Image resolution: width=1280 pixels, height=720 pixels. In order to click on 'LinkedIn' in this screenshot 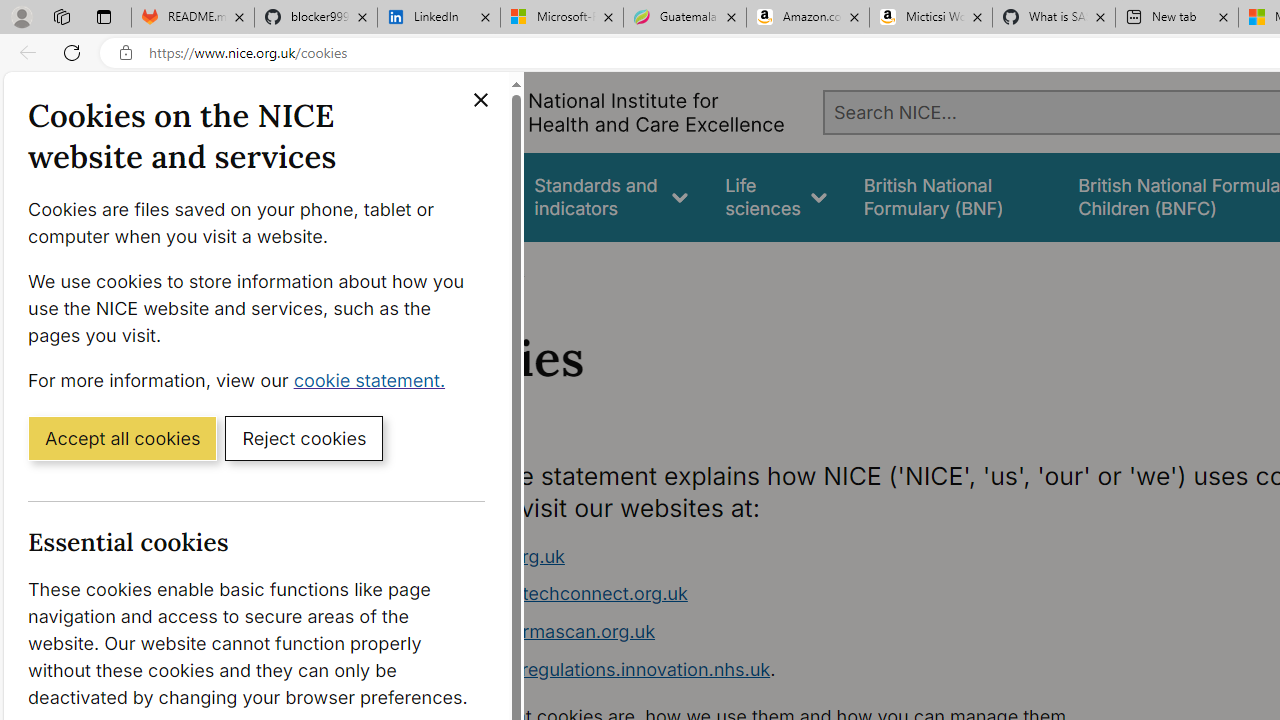, I will do `click(438, 17)`.